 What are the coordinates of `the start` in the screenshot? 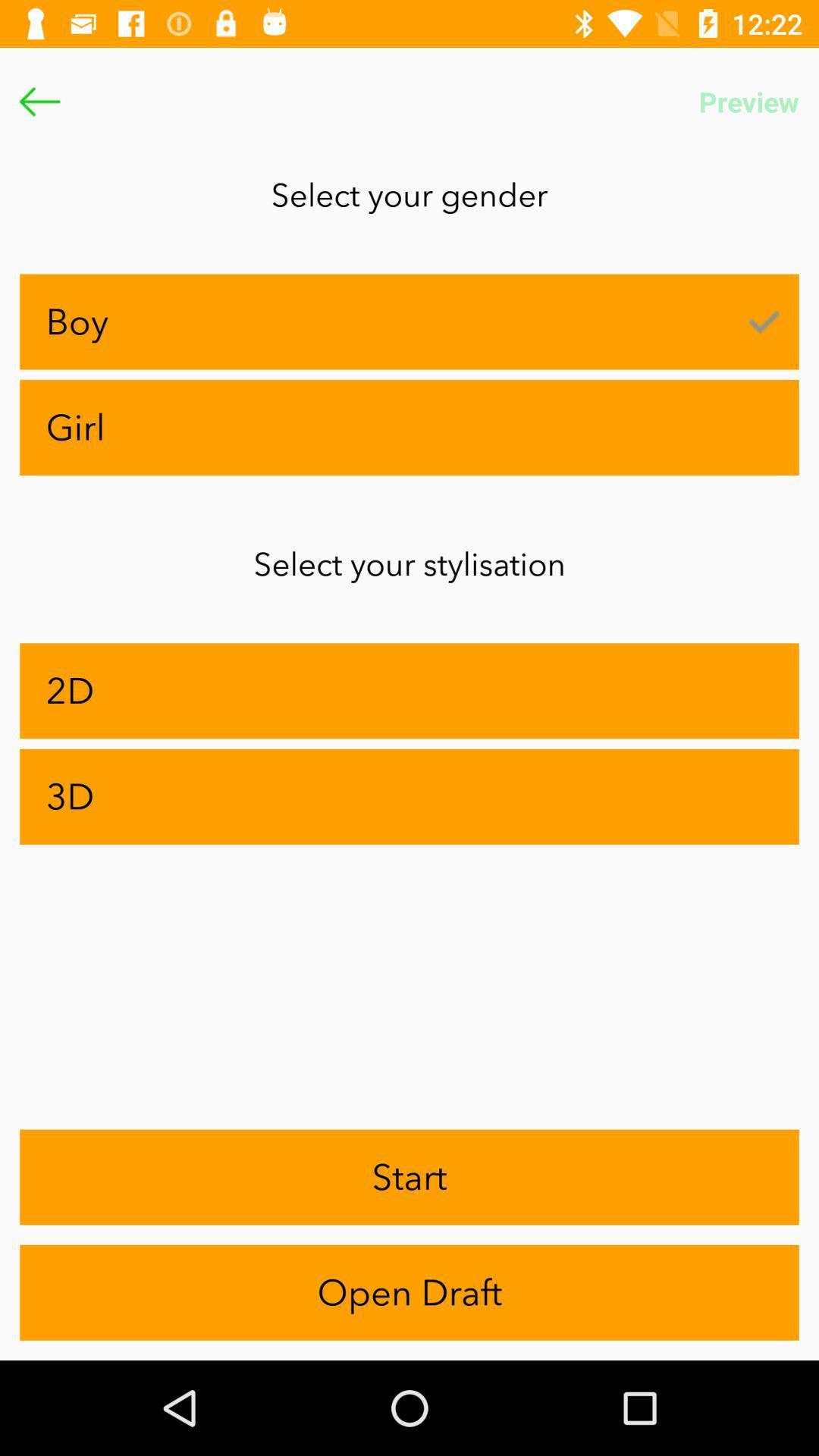 It's located at (409, 1176).